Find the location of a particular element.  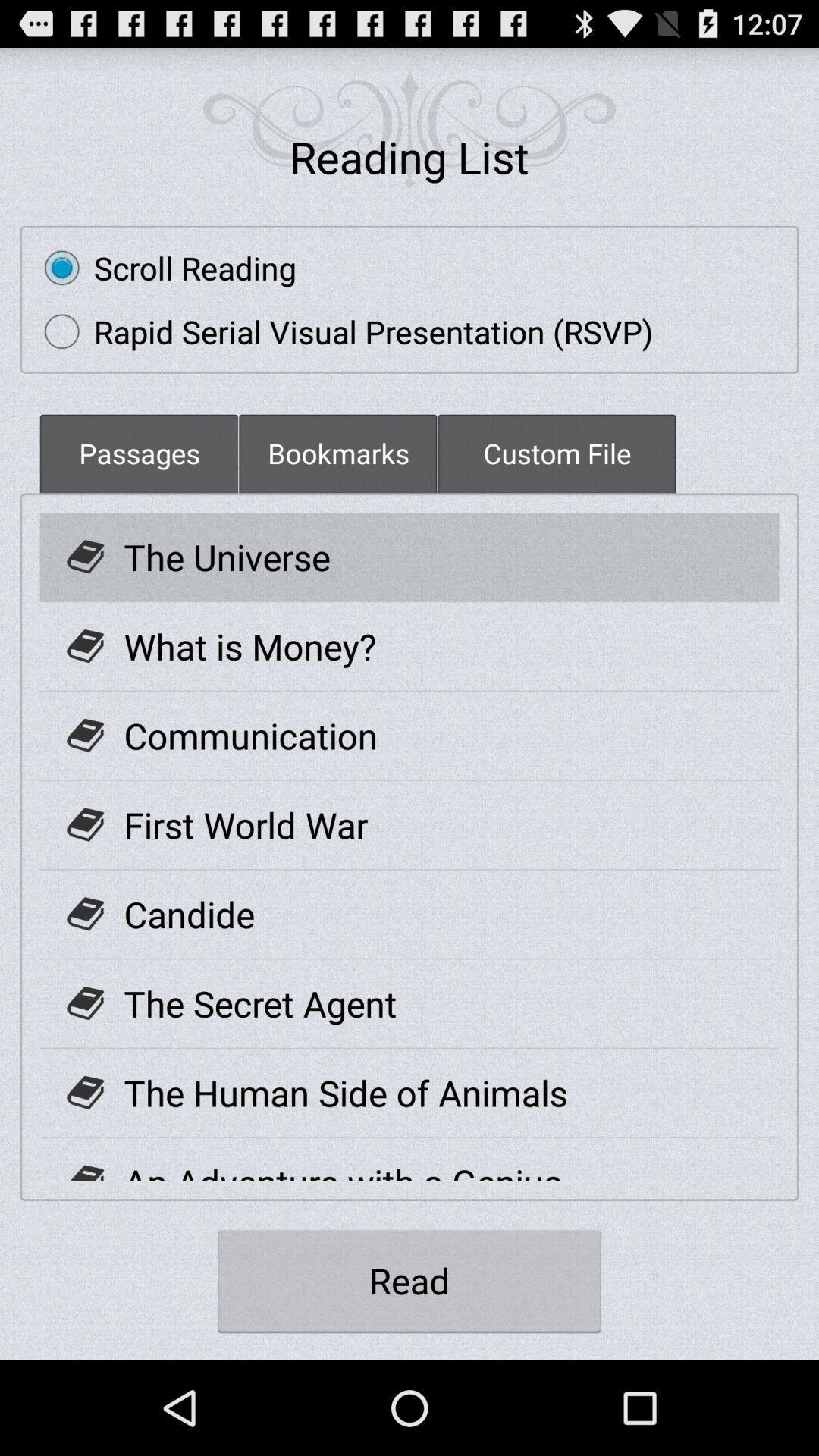

what is money? app is located at coordinates (249, 646).